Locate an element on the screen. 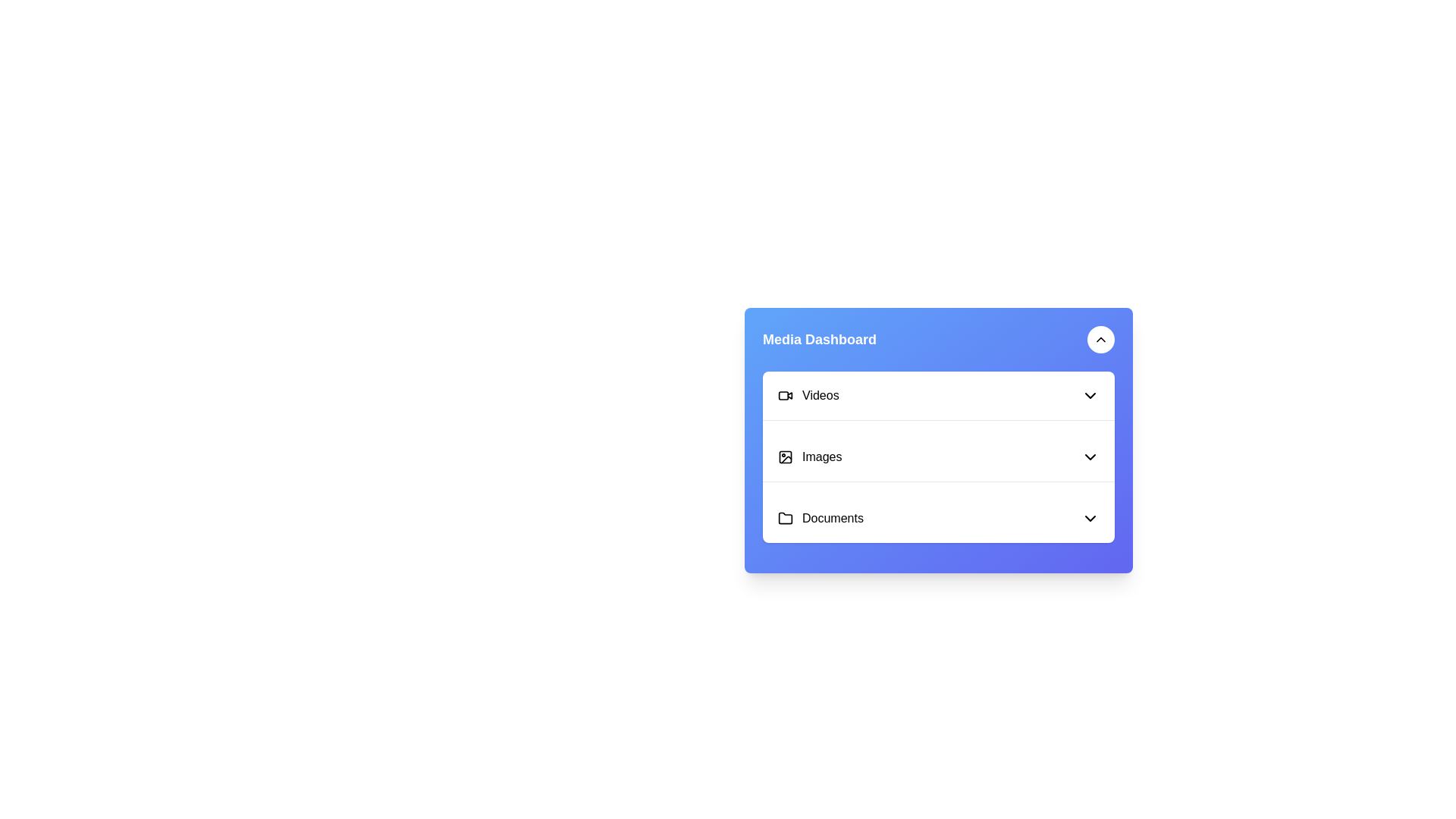  the 'Documents' text label is located at coordinates (820, 517).